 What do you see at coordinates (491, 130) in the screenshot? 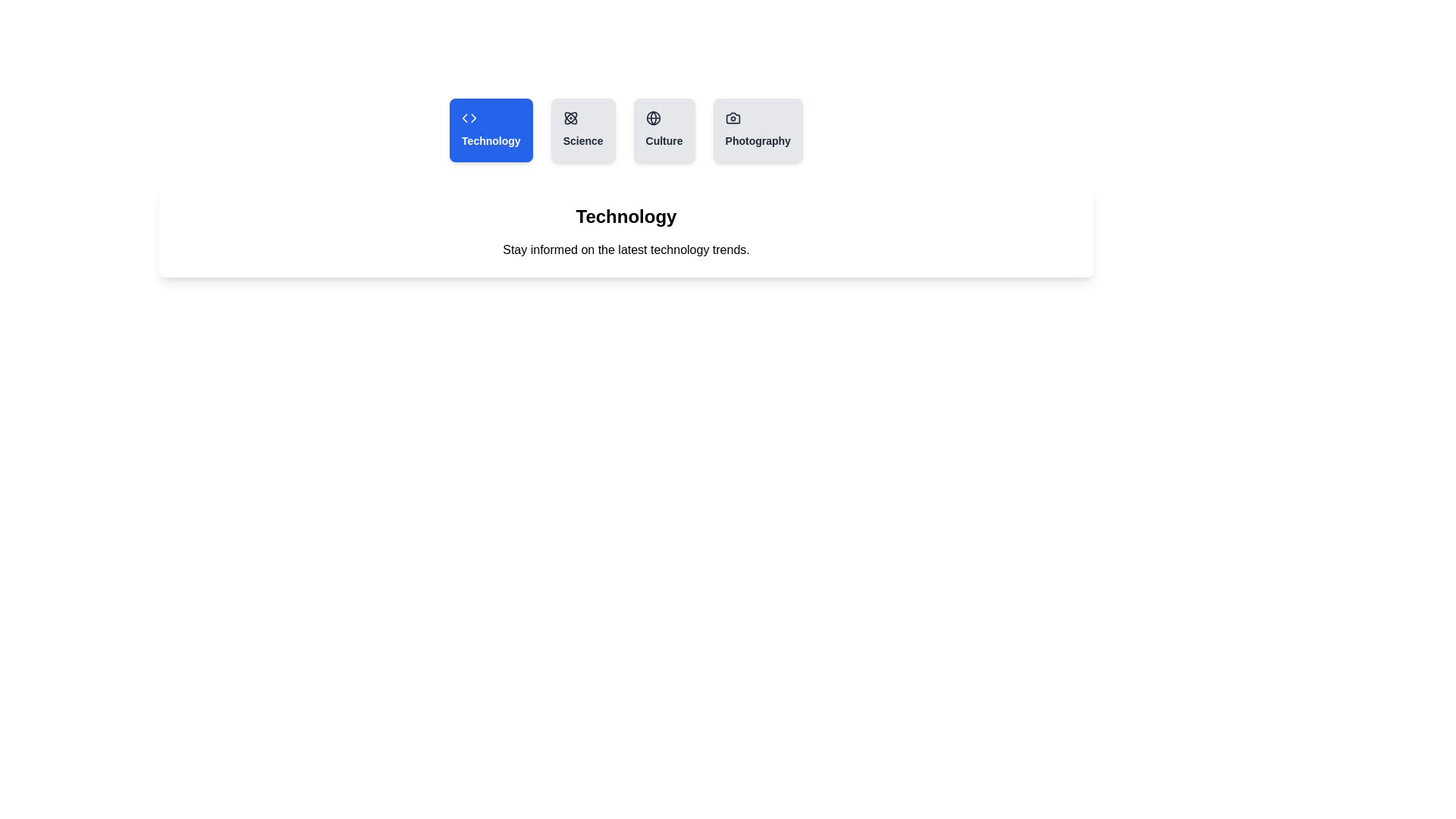
I see `the tab labeled Technology to observe its hover effect` at bounding box center [491, 130].